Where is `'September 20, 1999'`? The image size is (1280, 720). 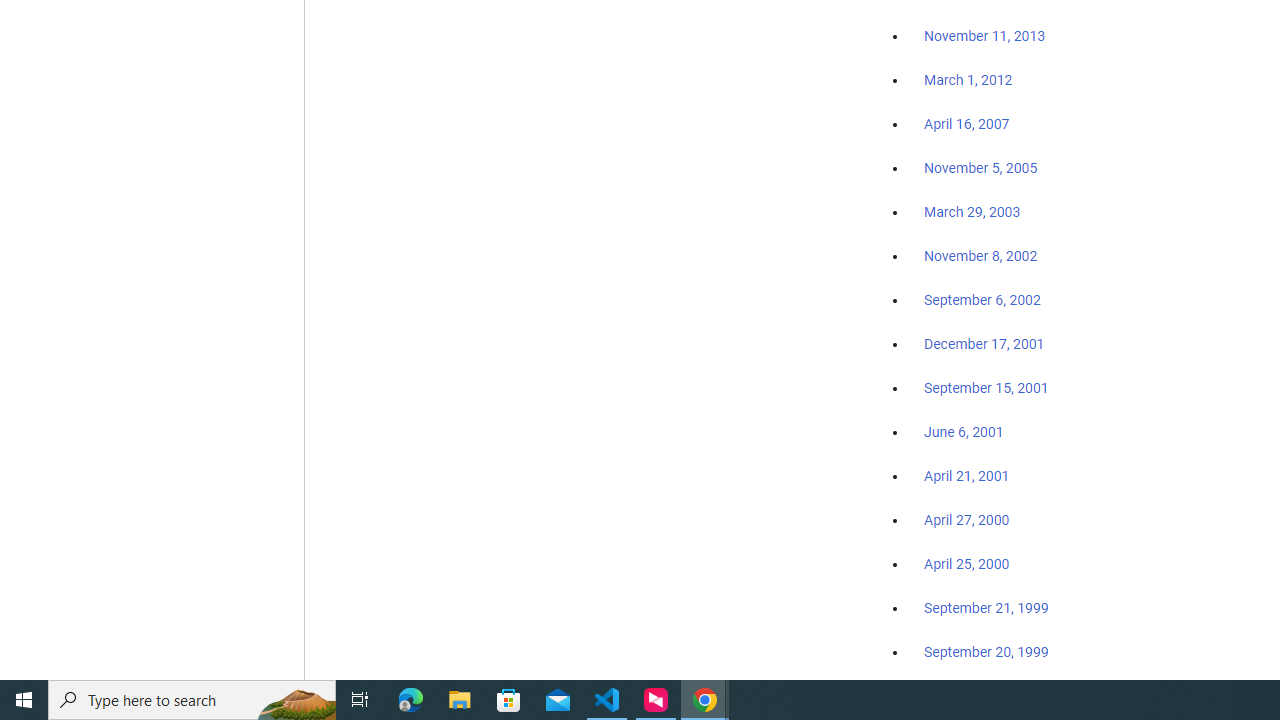
'September 20, 1999' is located at coordinates (986, 651).